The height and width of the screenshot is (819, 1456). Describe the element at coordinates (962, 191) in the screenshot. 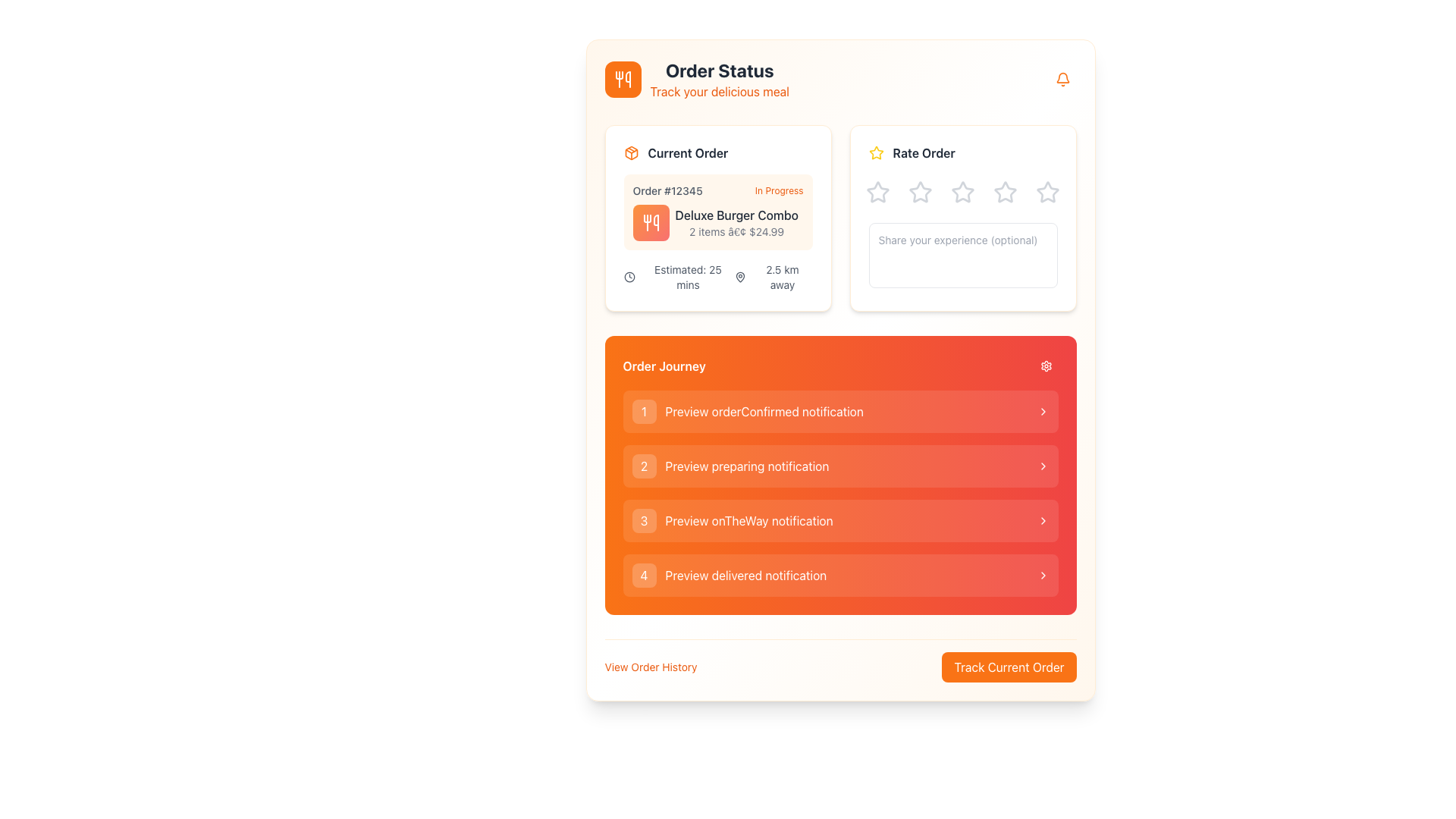

I see `the third star icon in the 'Rate Order' section, which is styled with a gray outline and has a hollow center, to check the current rating state` at that location.